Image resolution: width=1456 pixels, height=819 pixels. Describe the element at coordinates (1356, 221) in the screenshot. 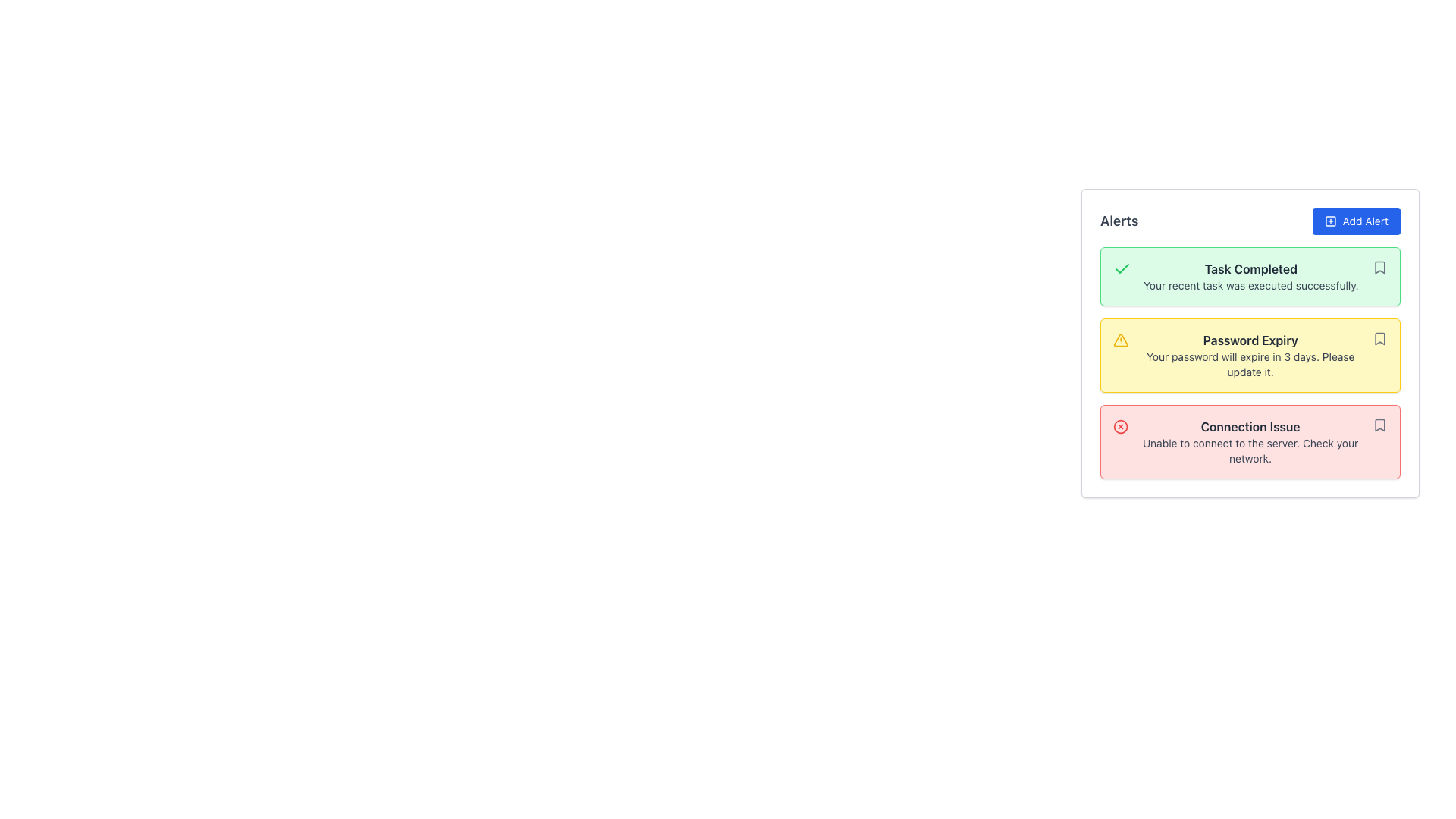

I see `the rectangular blue button labeled 'Add Alert' with a plus icon to trigger the hover effect` at that location.